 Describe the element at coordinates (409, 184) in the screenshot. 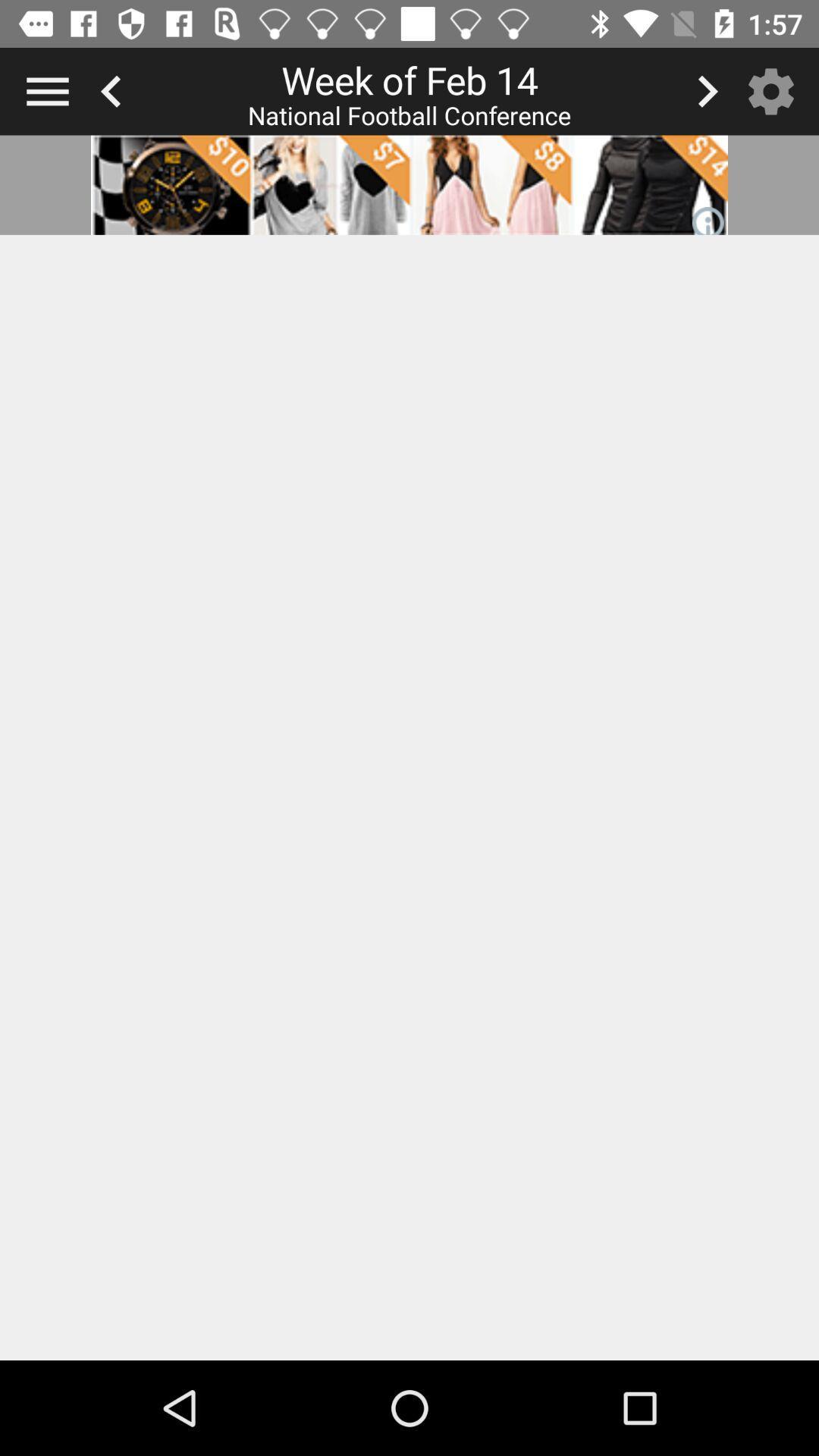

I see `advertisement website` at that location.